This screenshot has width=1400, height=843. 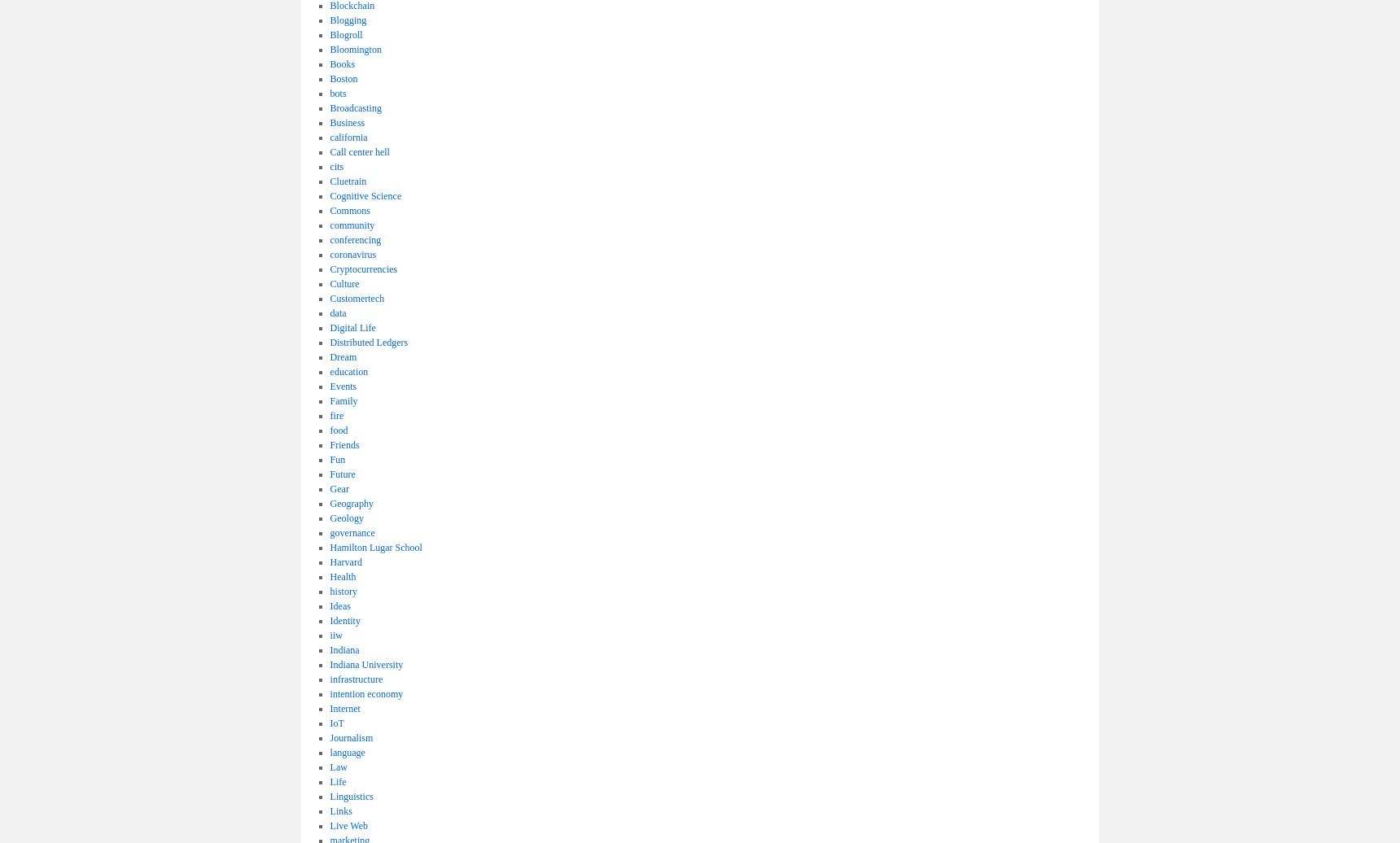 What do you see at coordinates (330, 371) in the screenshot?
I see `'education'` at bounding box center [330, 371].